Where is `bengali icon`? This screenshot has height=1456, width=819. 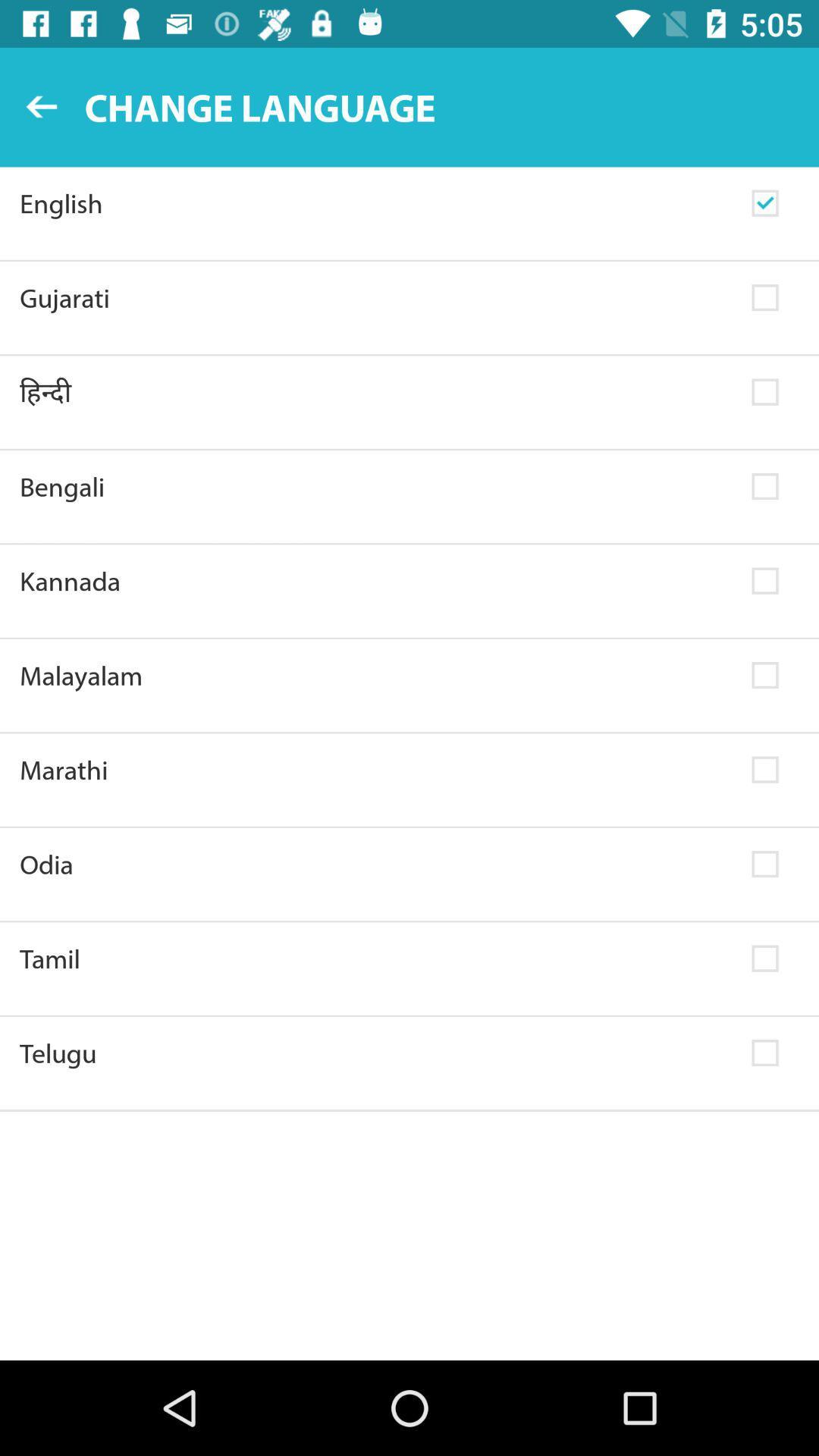
bengali icon is located at coordinates (375, 487).